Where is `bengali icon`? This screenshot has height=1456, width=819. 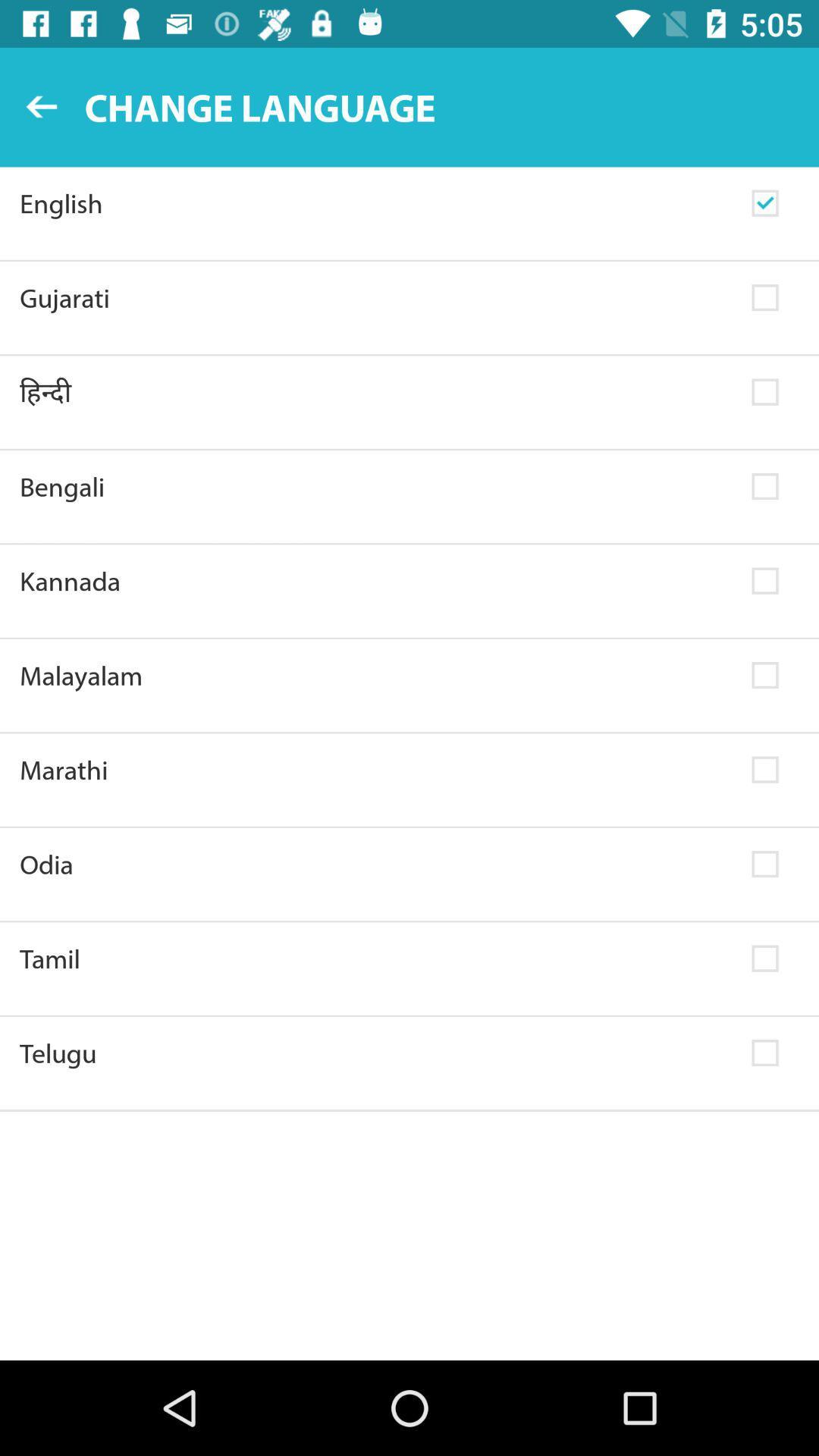
bengali icon is located at coordinates (375, 487).